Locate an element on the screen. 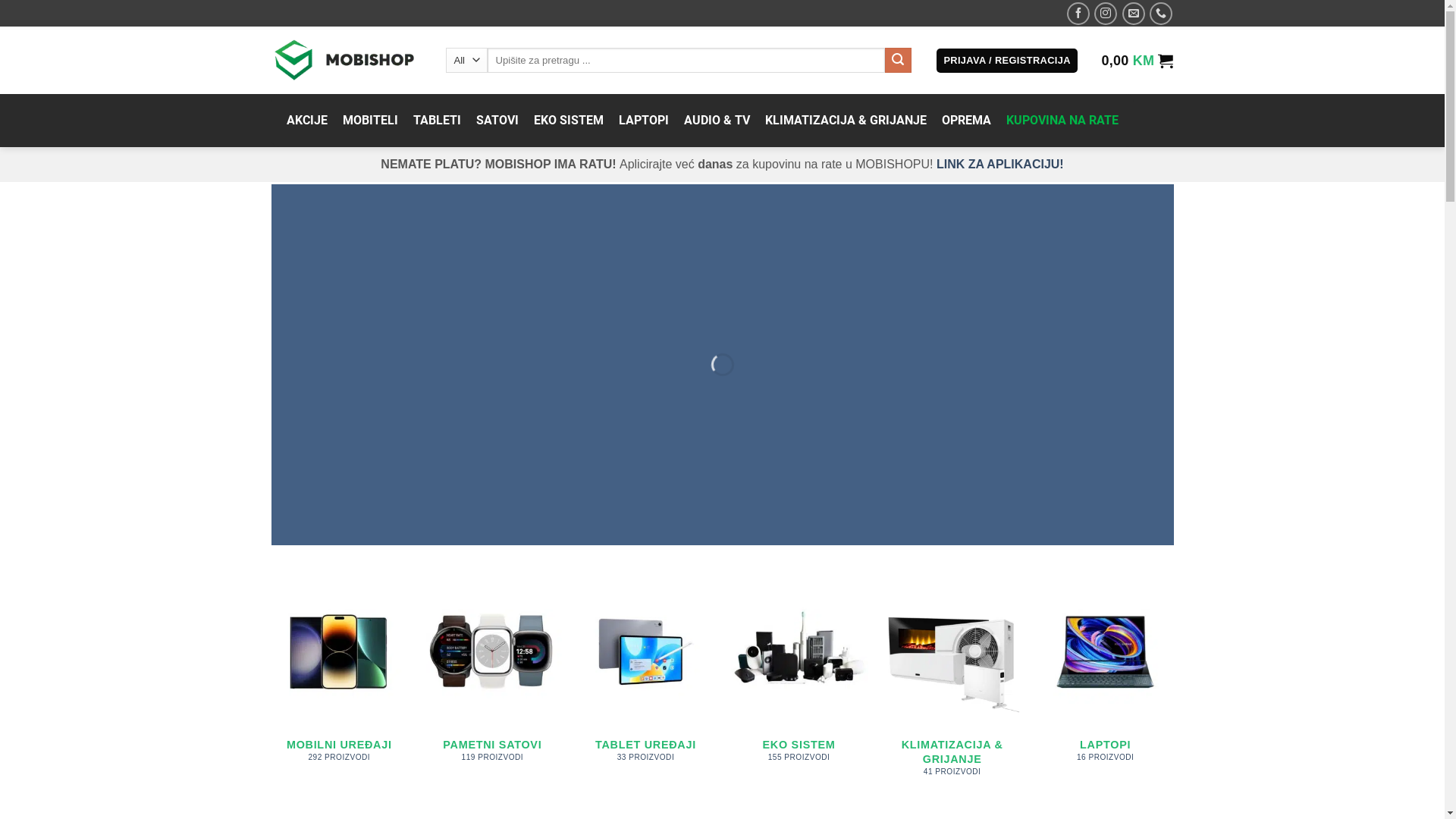 Image resolution: width=1456 pixels, height=819 pixels. 'Send us an email' is located at coordinates (1133, 12).